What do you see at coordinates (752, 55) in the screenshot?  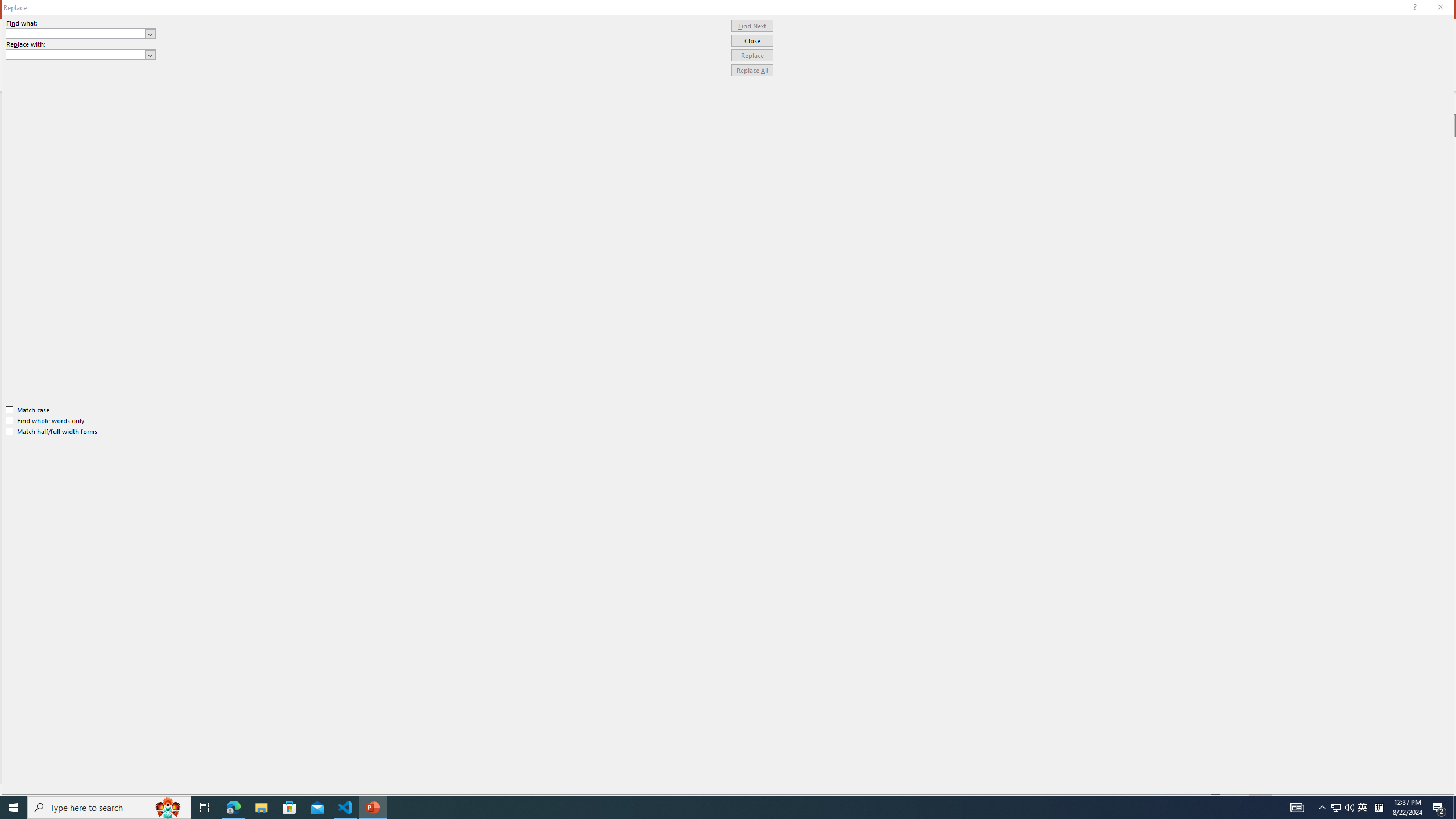 I see `'Replace'` at bounding box center [752, 55].